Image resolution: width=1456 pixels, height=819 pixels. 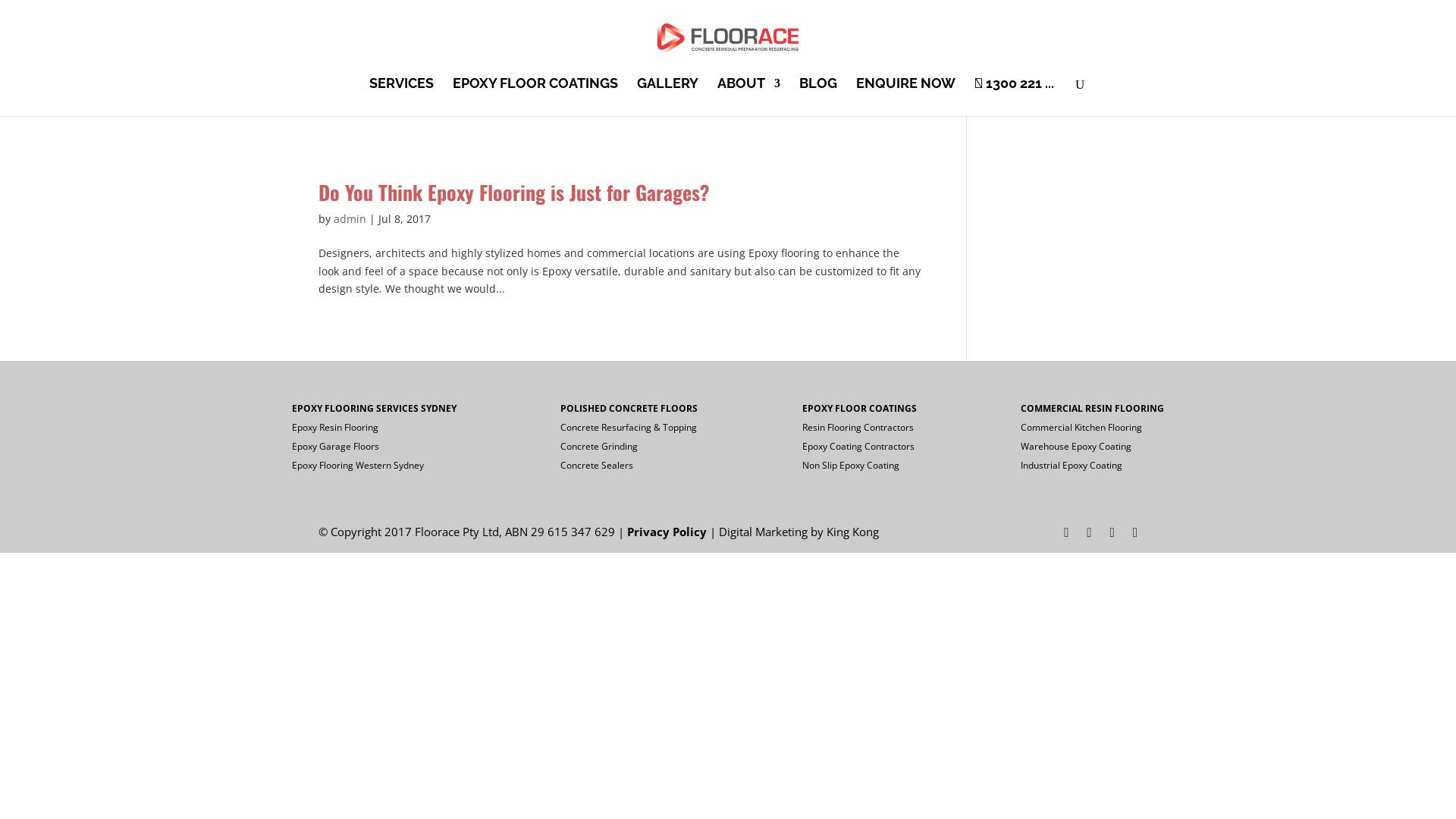 What do you see at coordinates (334, 427) in the screenshot?
I see `'Epoxy Resin Flooring'` at bounding box center [334, 427].